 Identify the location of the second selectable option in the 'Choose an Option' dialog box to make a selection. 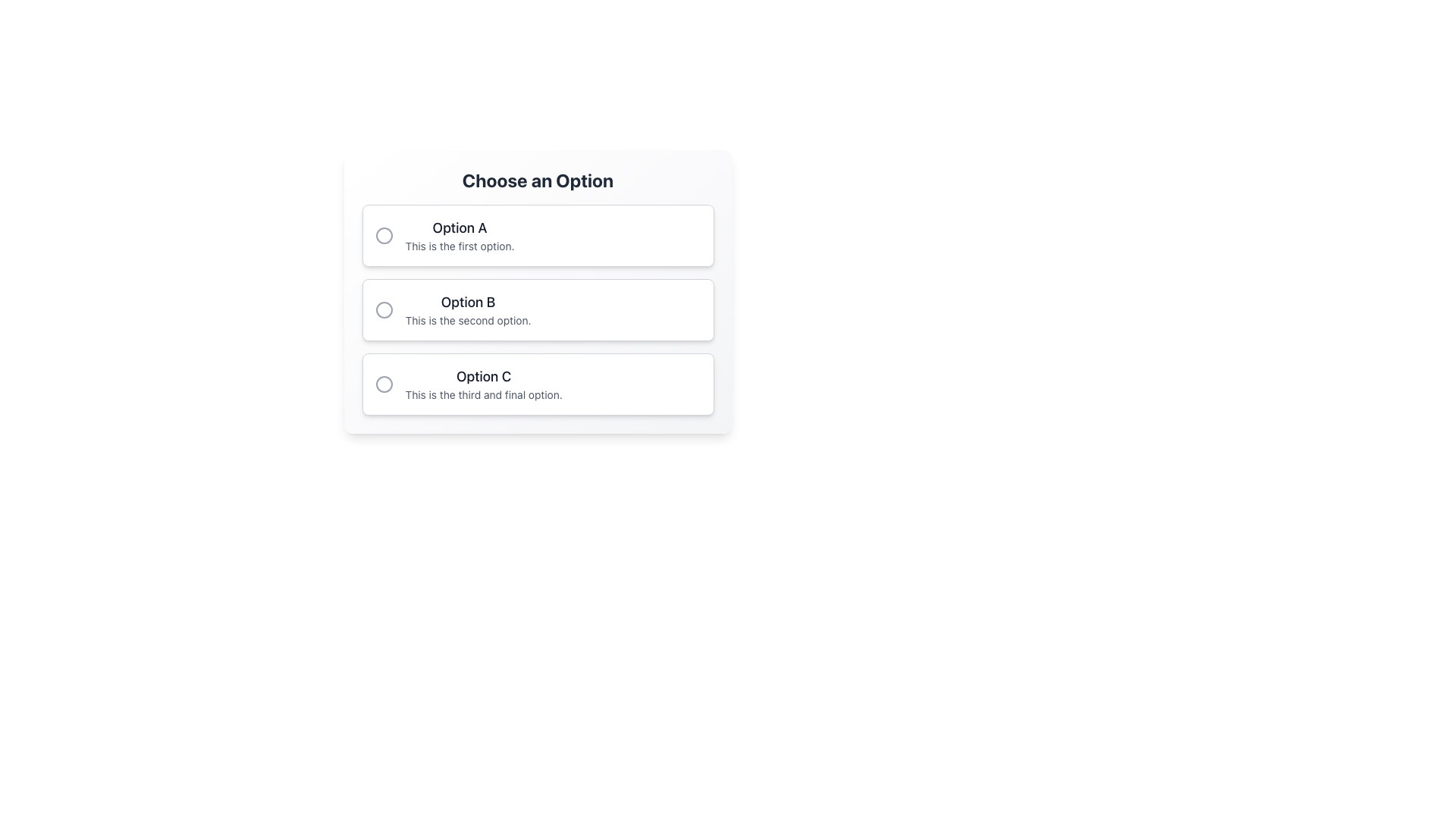
(538, 292).